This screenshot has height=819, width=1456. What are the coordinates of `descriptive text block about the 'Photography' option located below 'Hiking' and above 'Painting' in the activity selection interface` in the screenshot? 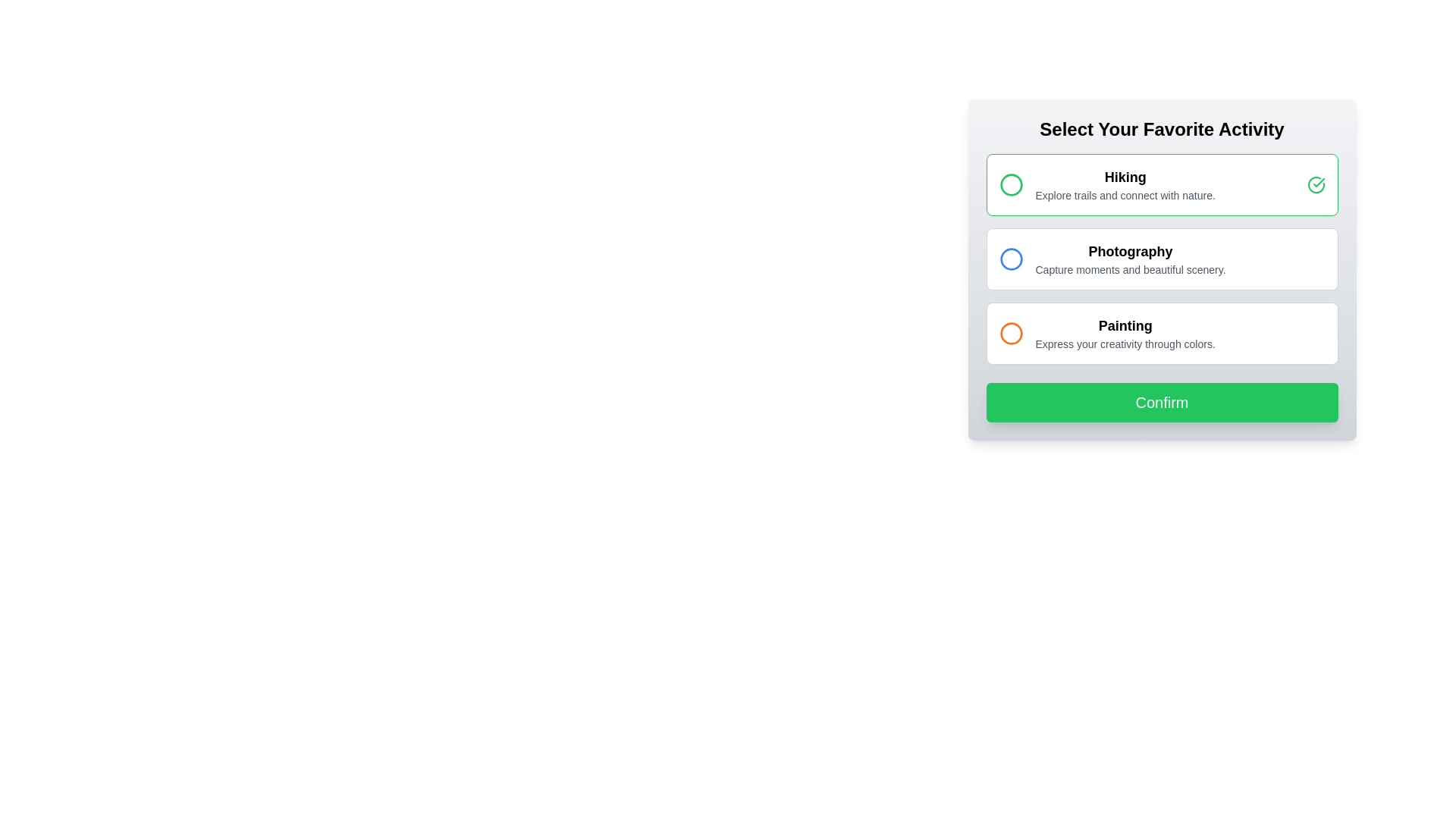 It's located at (1131, 259).